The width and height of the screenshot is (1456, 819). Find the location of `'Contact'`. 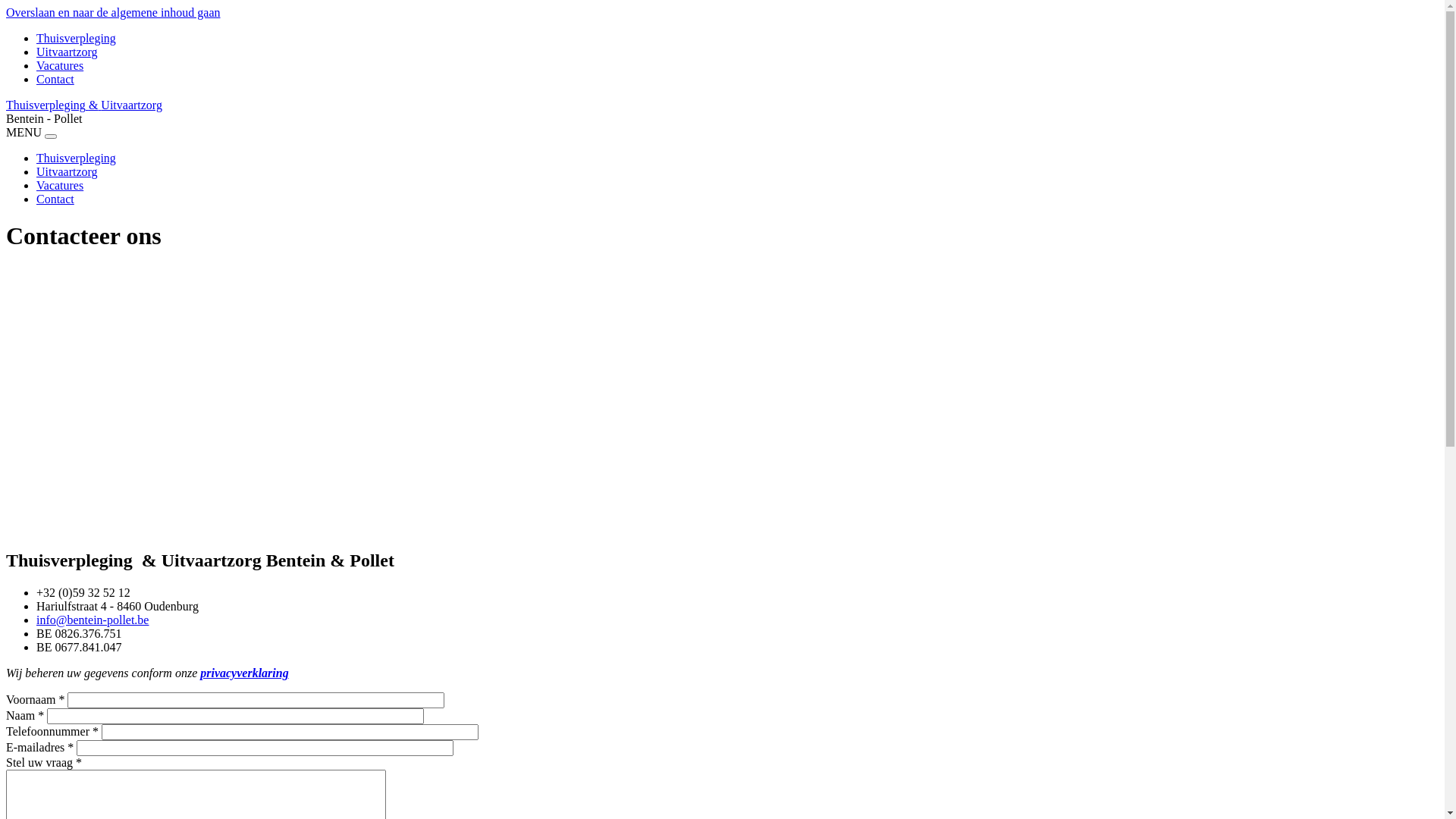

'Contact' is located at coordinates (55, 79).